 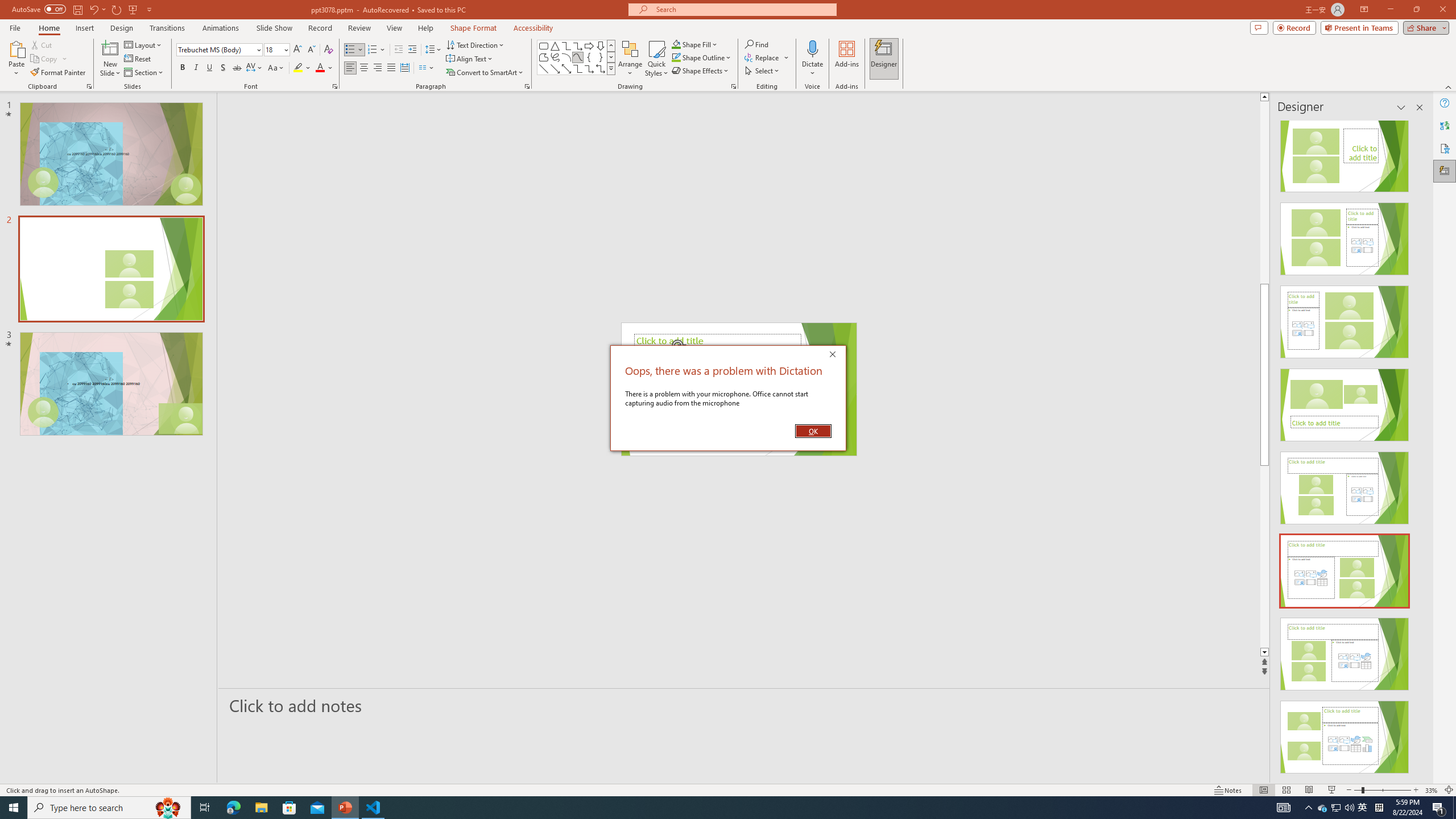 What do you see at coordinates (812, 431) in the screenshot?
I see `'OK'` at bounding box center [812, 431].